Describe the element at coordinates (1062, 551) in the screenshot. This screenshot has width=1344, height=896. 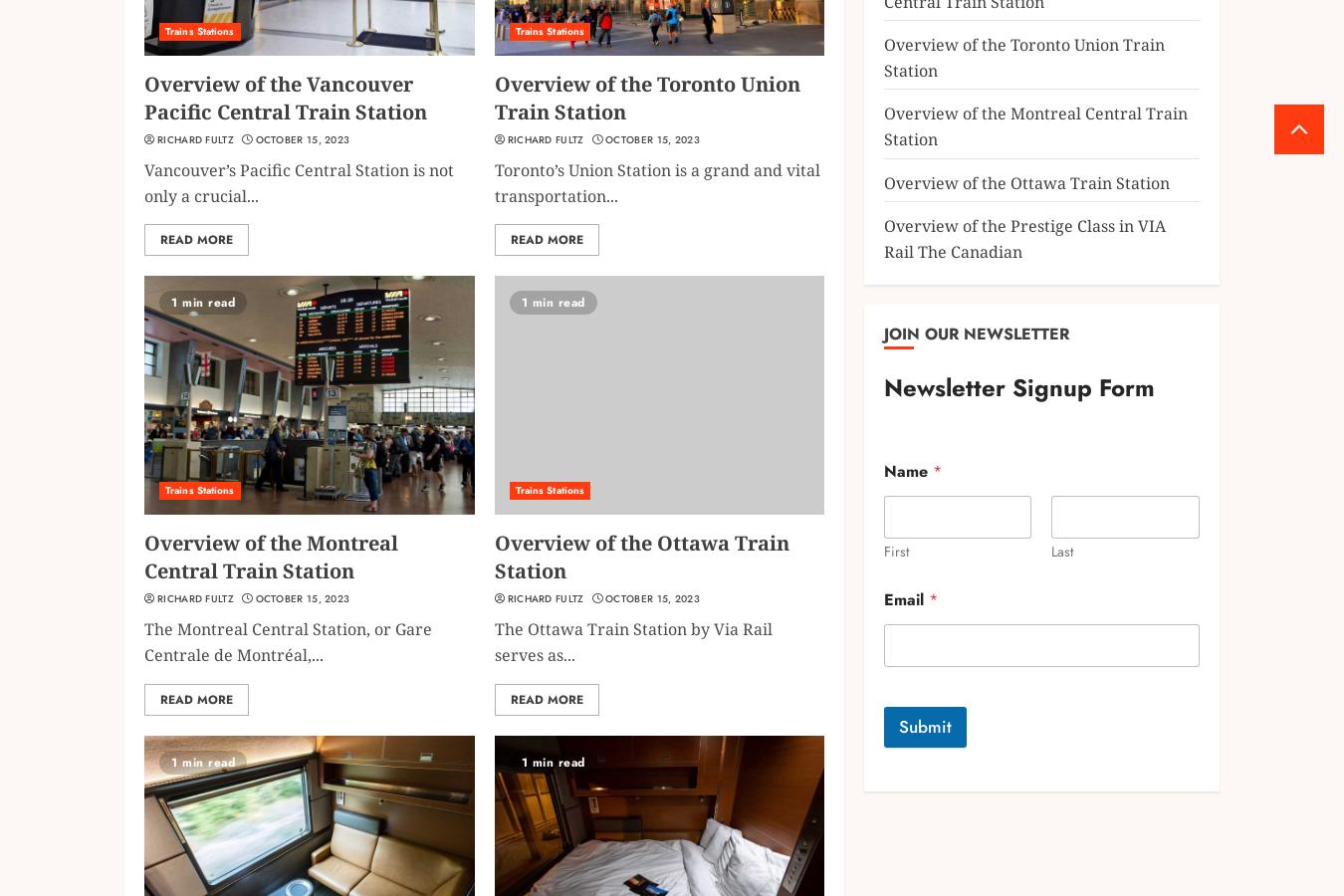
I see `'Last'` at that location.